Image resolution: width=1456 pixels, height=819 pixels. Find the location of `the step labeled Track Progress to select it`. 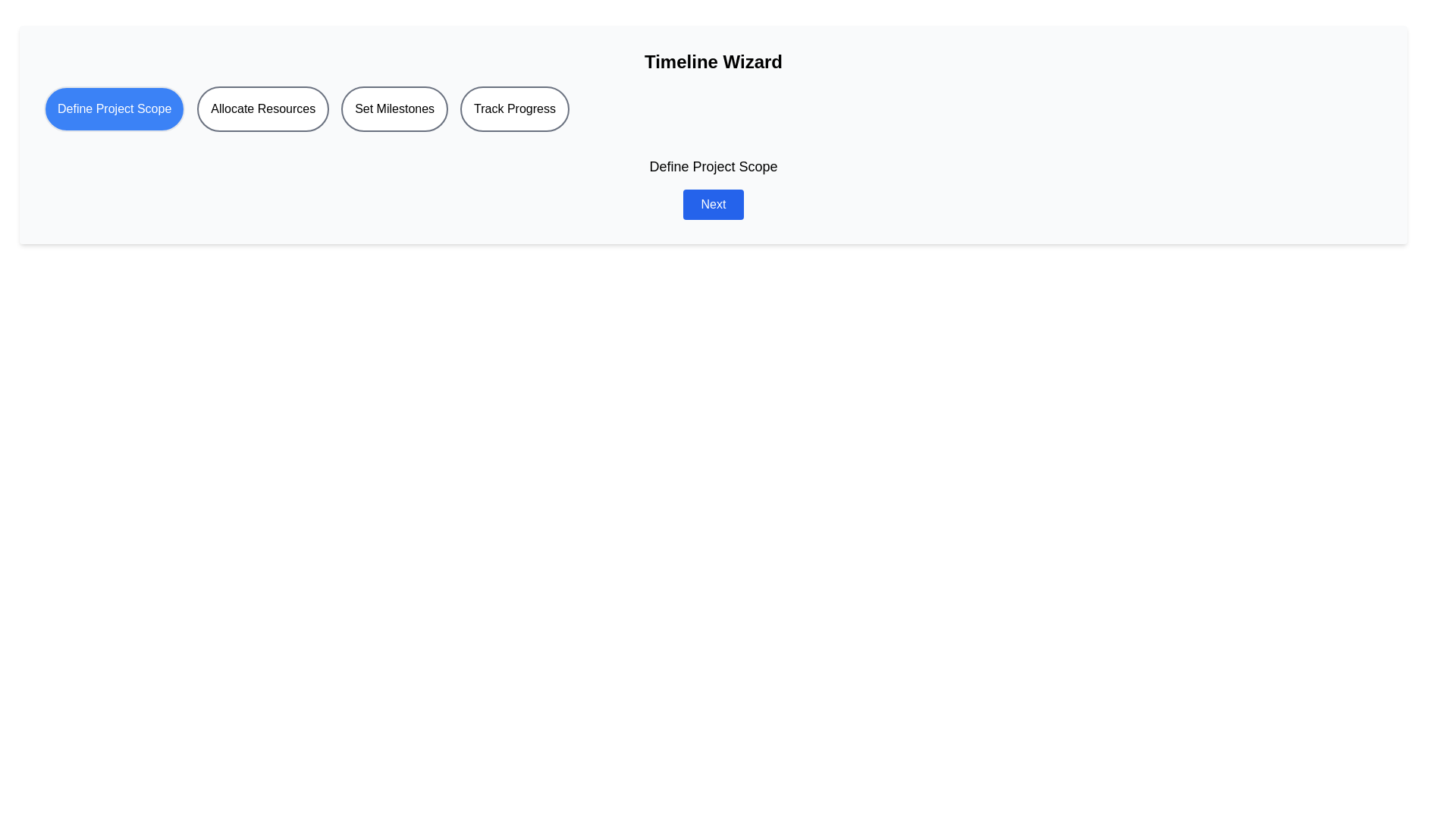

the step labeled Track Progress to select it is located at coordinates (514, 108).